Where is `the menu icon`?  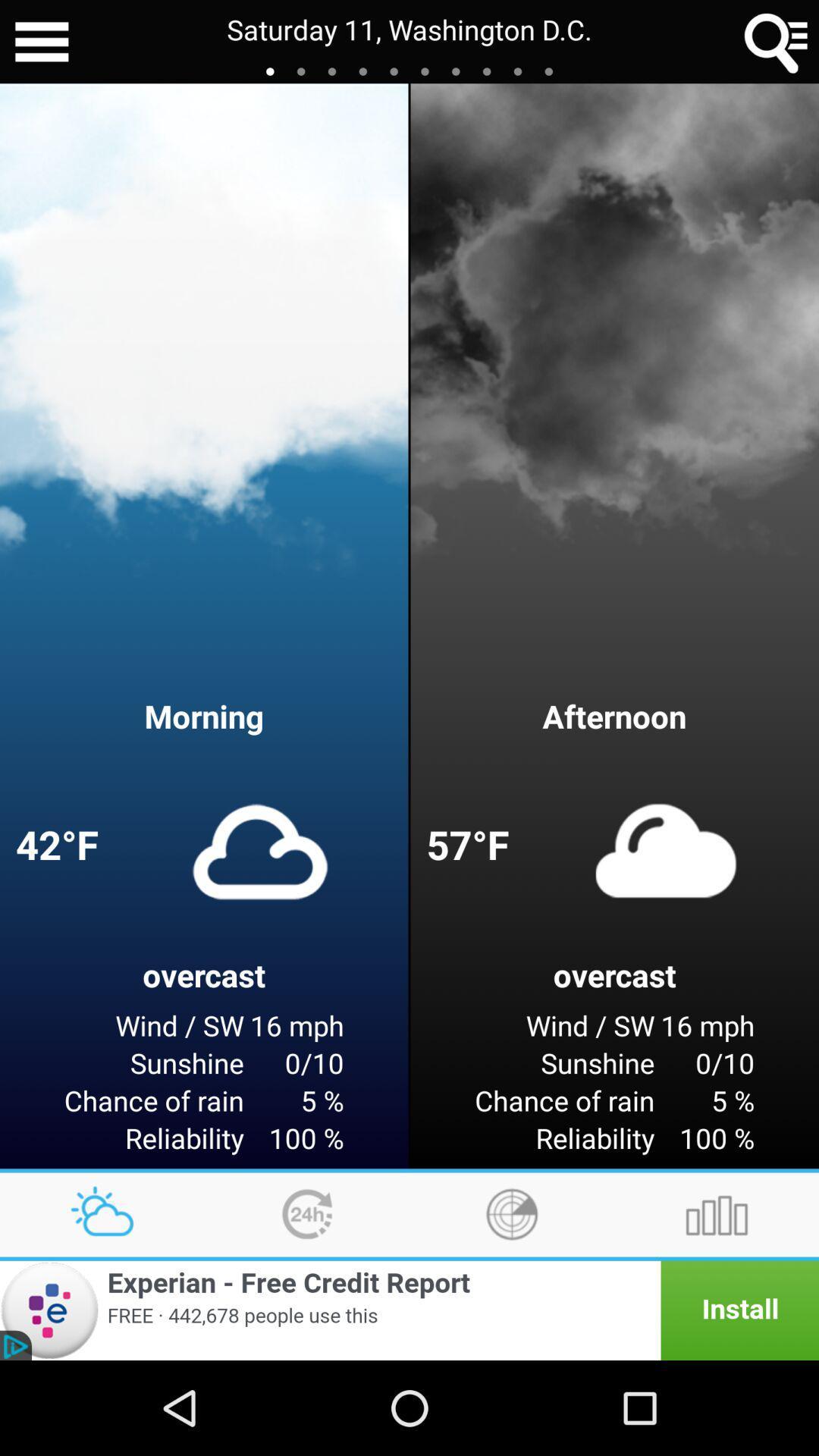
the menu icon is located at coordinates (41, 44).